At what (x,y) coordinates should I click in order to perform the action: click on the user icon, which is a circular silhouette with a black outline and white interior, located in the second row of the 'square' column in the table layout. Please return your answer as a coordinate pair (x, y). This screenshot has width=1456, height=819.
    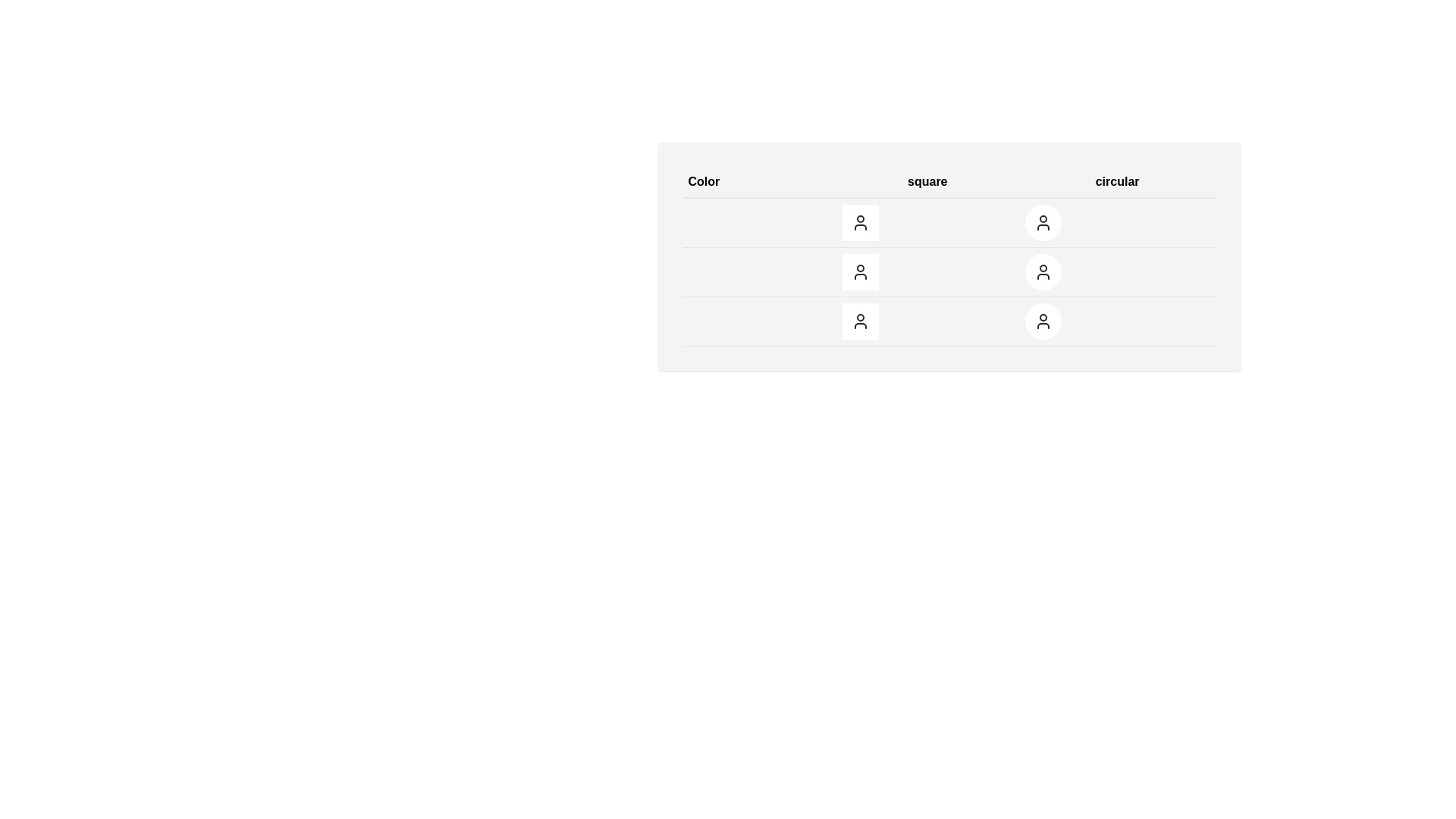
    Looking at the image, I should click on (860, 271).